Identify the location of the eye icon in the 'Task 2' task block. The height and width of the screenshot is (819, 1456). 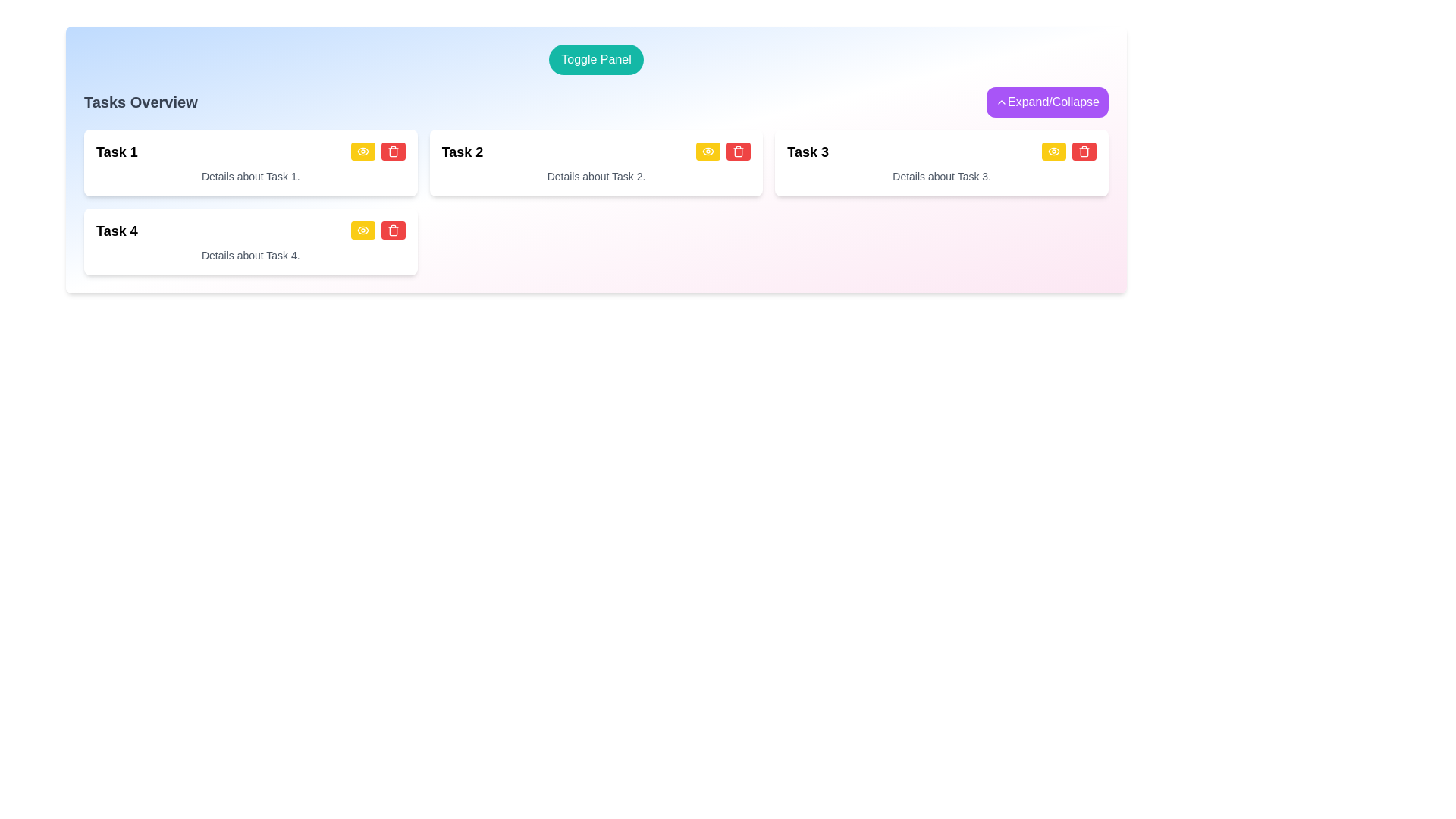
(708, 151).